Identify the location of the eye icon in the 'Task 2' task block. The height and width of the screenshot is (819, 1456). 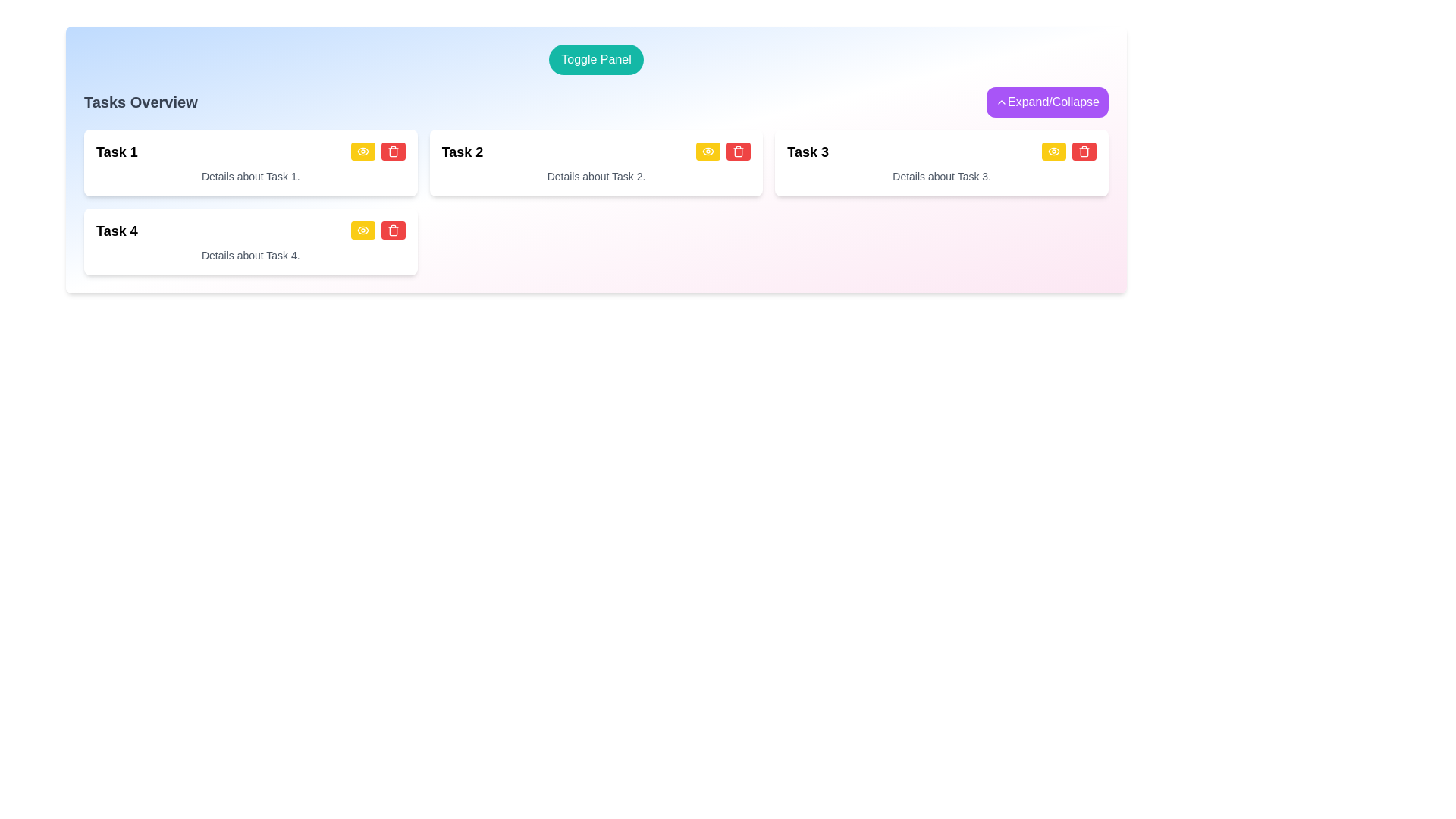
(708, 151).